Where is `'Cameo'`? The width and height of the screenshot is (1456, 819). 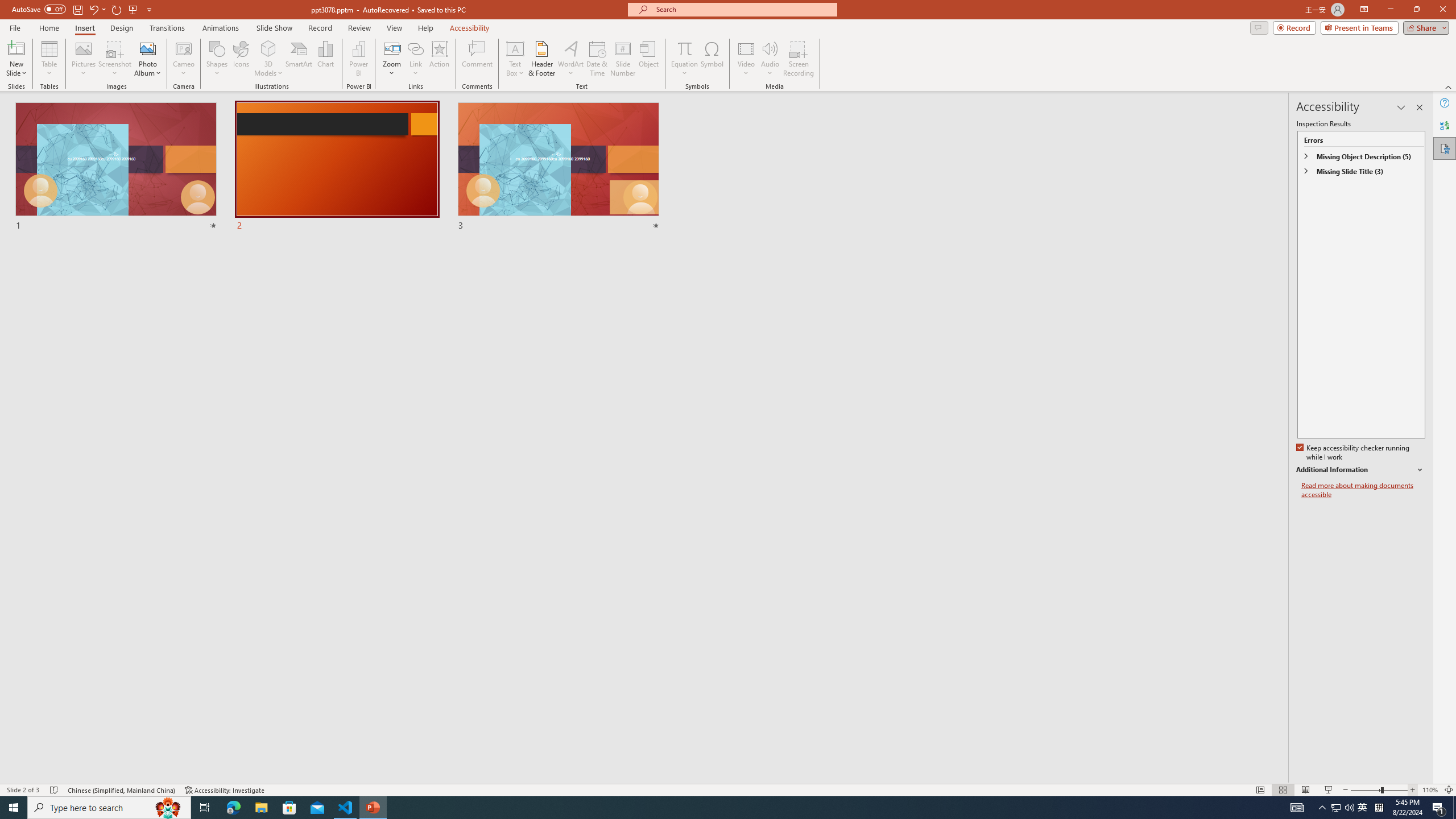 'Cameo' is located at coordinates (183, 48).